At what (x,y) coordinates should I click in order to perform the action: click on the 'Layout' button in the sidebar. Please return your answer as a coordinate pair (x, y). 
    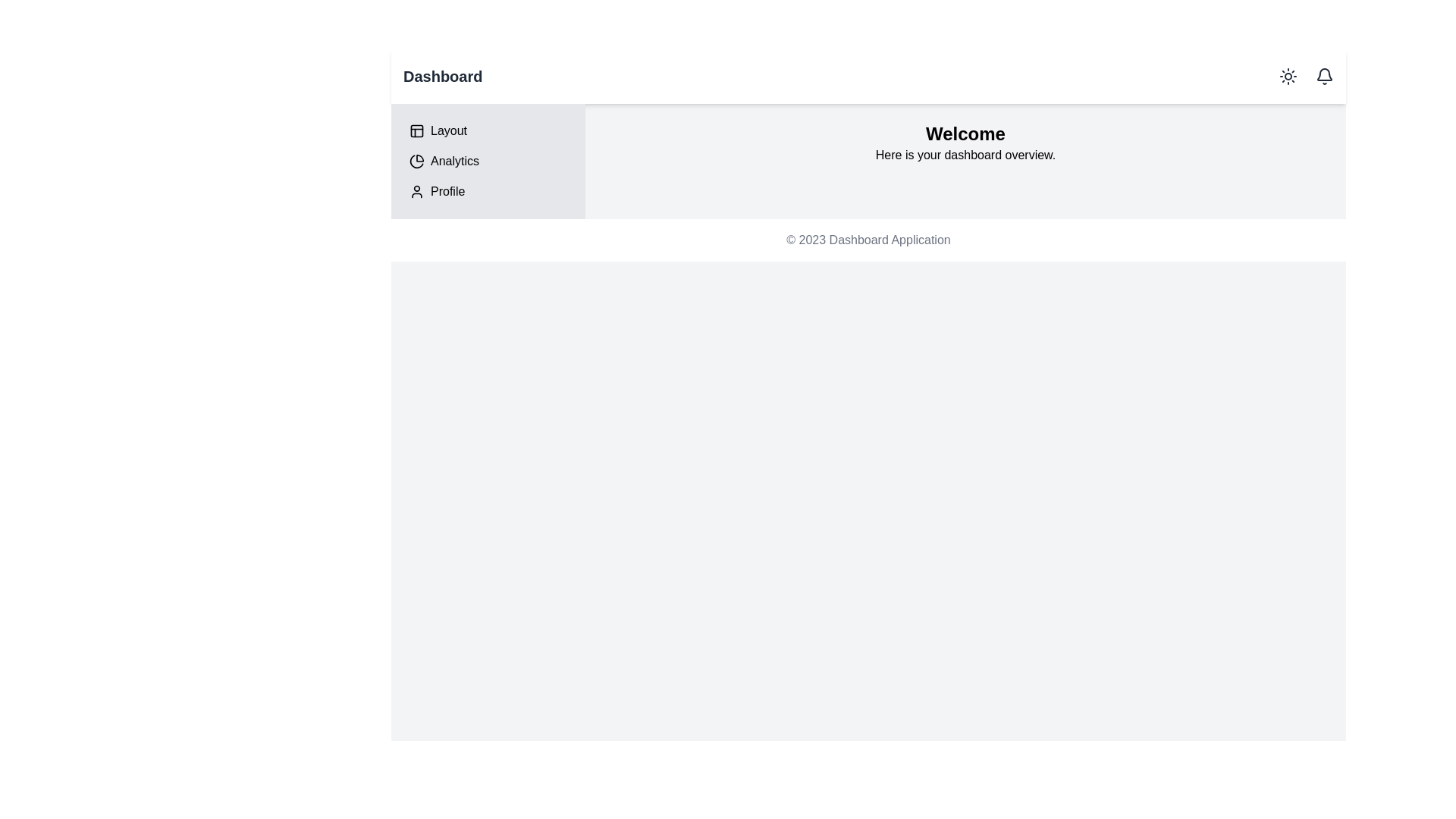
    Looking at the image, I should click on (488, 130).